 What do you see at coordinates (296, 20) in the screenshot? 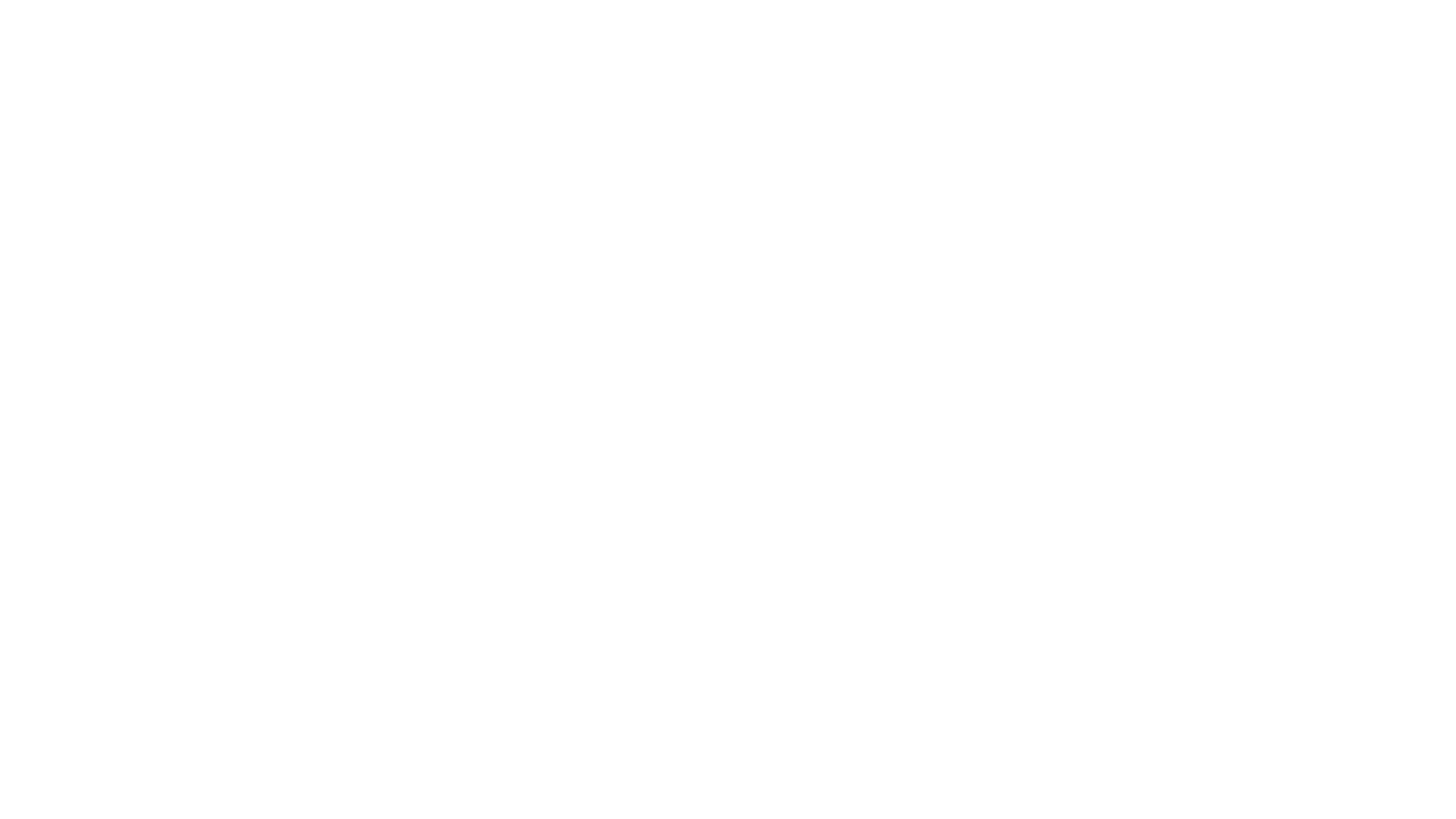
I see `Products` at bounding box center [296, 20].